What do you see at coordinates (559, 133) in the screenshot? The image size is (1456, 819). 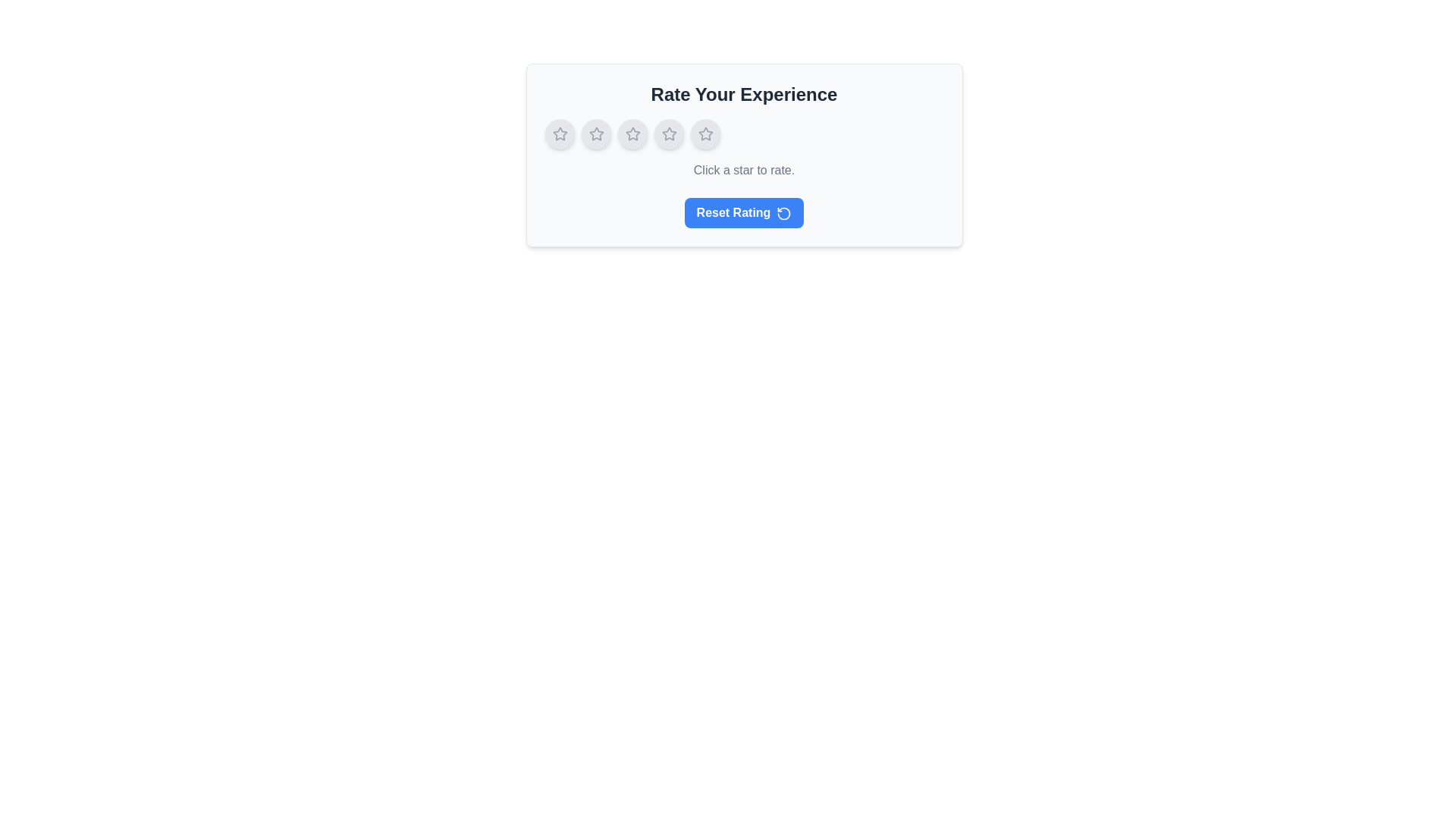 I see `the first star-shaped graphical icon in the rating component` at bounding box center [559, 133].